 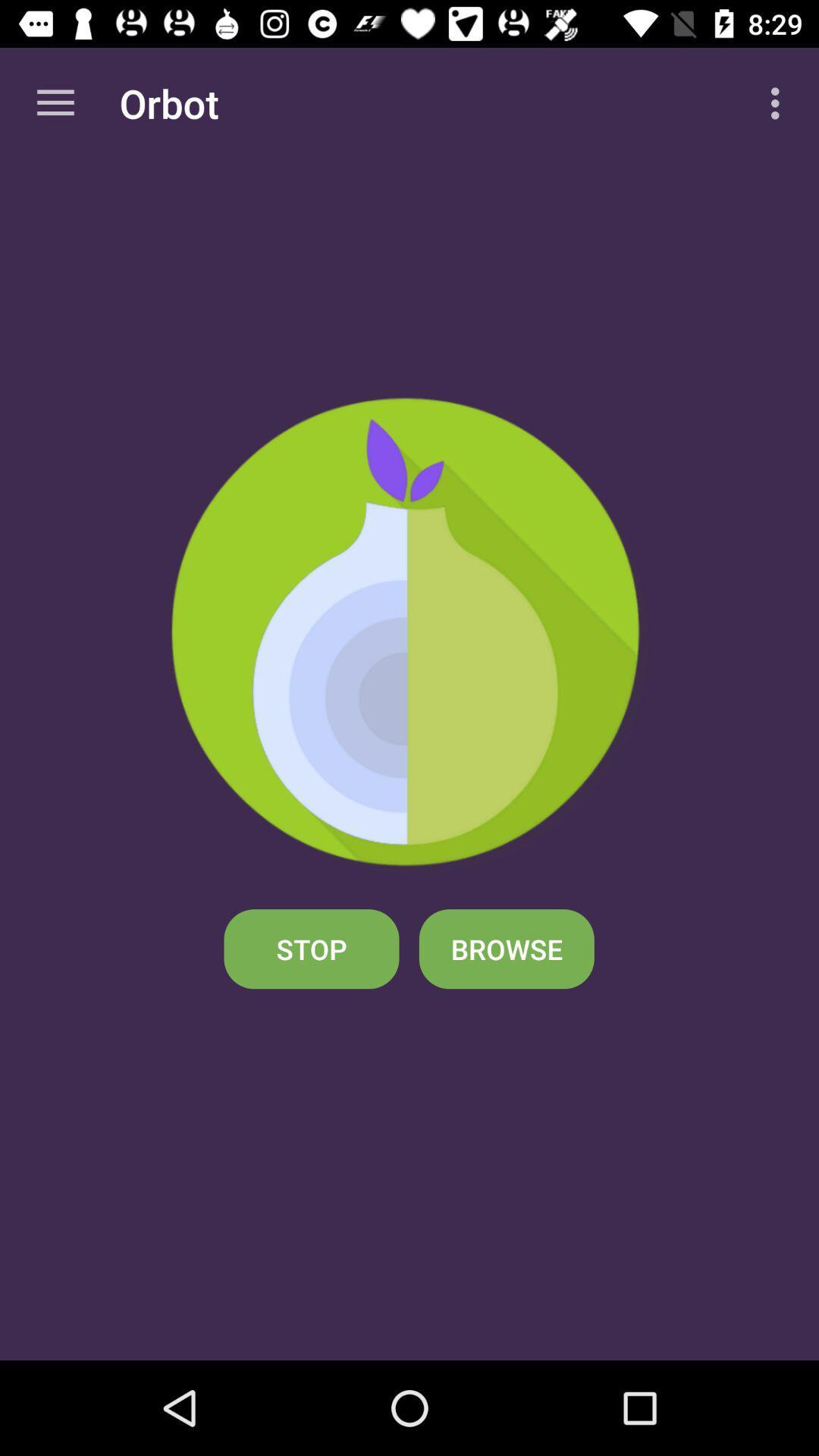 I want to click on the browse, so click(x=507, y=948).